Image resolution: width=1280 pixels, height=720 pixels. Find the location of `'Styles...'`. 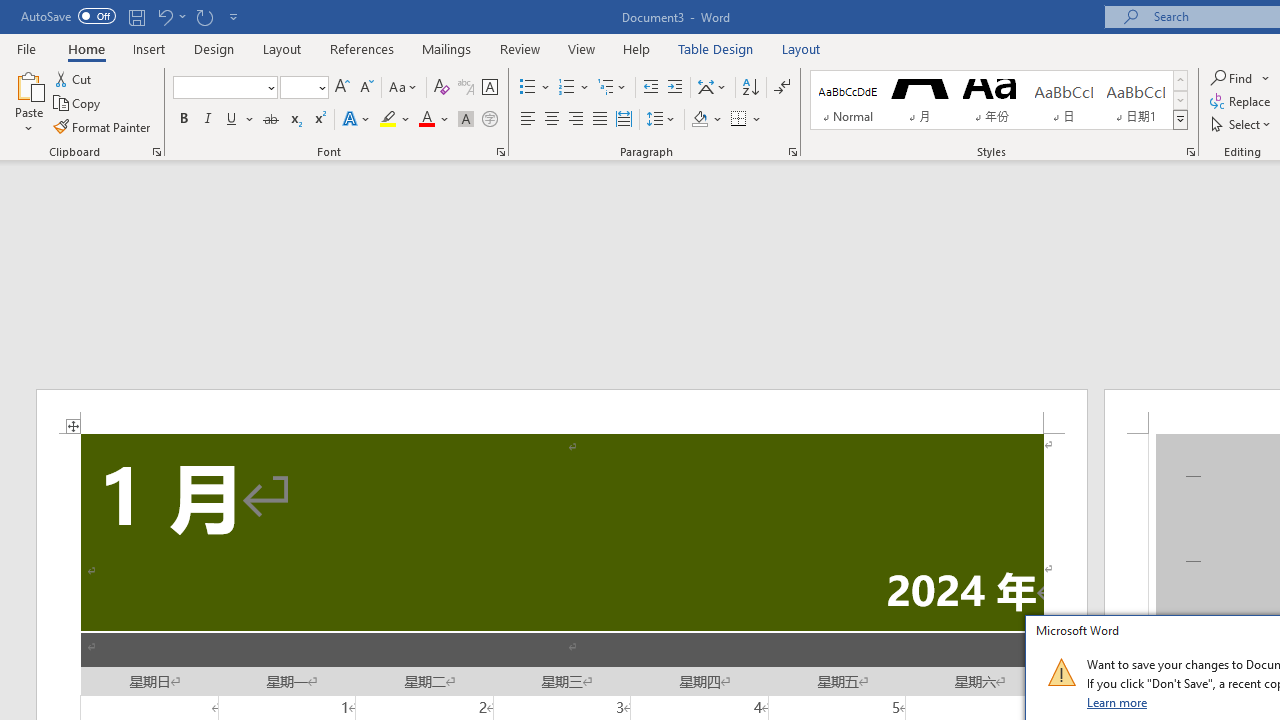

'Styles...' is located at coordinates (1191, 150).